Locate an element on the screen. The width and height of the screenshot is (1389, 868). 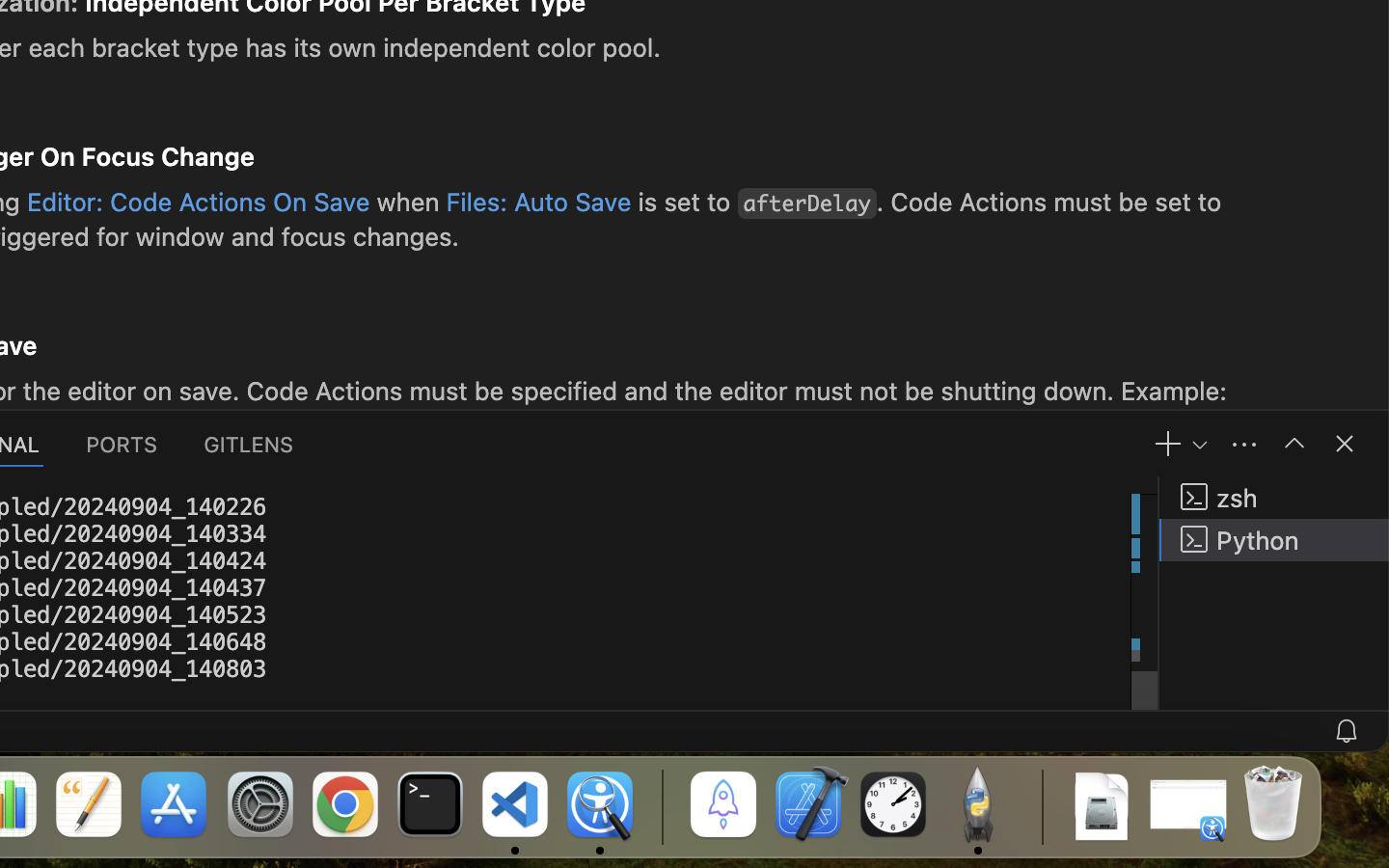
'when' is located at coordinates (408, 201).